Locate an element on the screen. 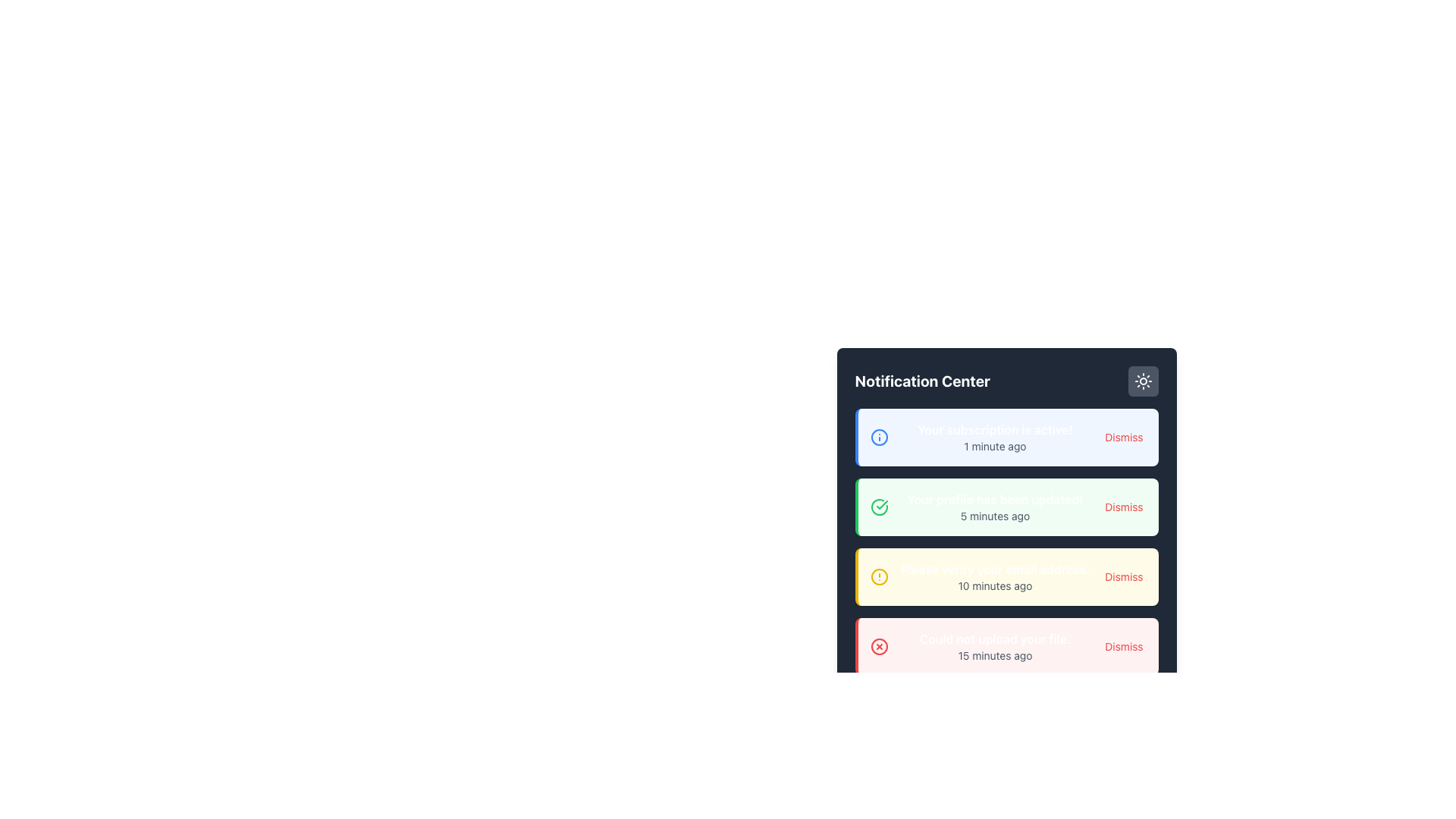  the Circle icon in the Notification Center panel, which is the central circular component preceding the third notification row's text is located at coordinates (879, 576).